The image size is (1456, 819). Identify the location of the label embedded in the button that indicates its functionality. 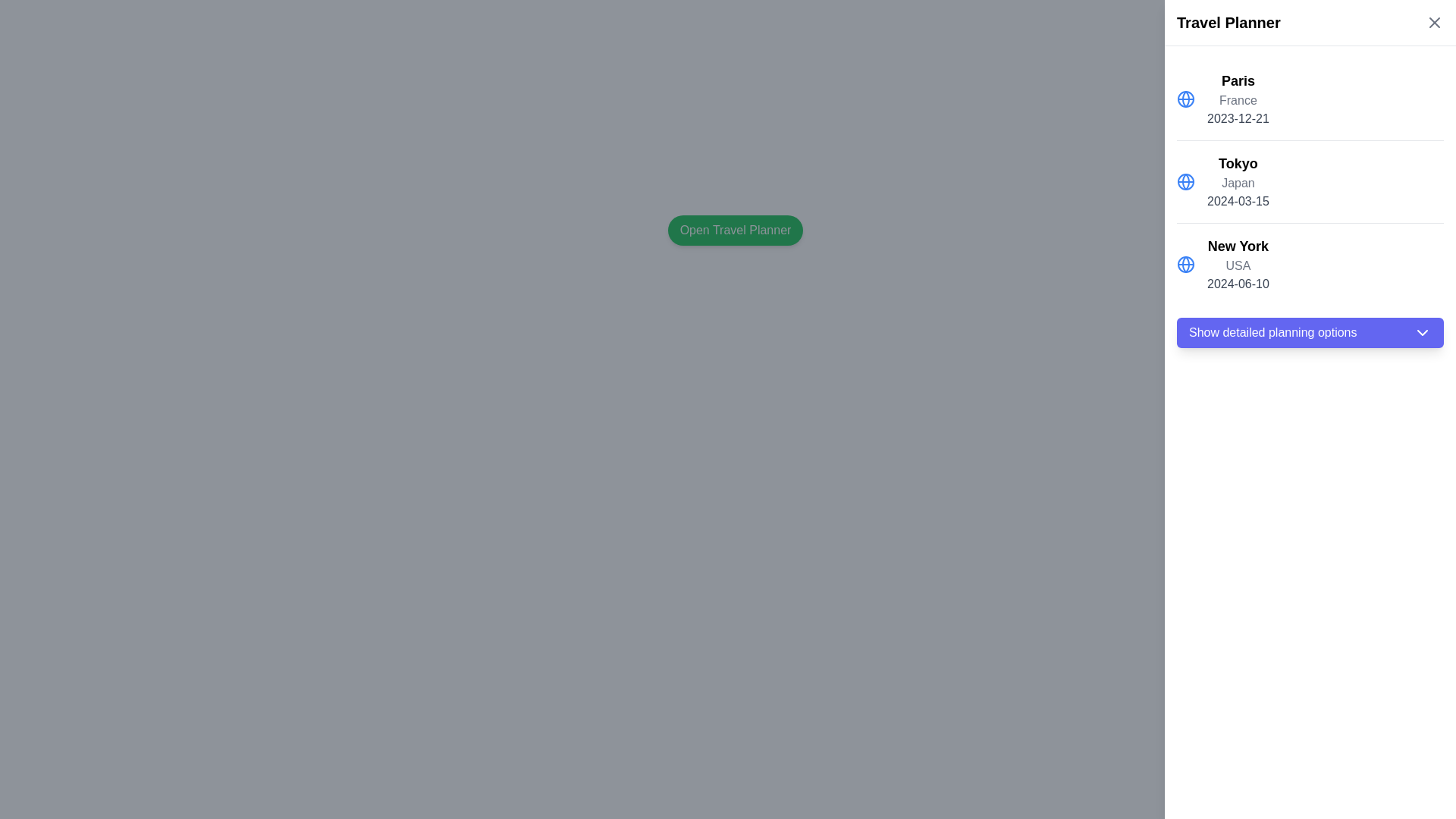
(1272, 332).